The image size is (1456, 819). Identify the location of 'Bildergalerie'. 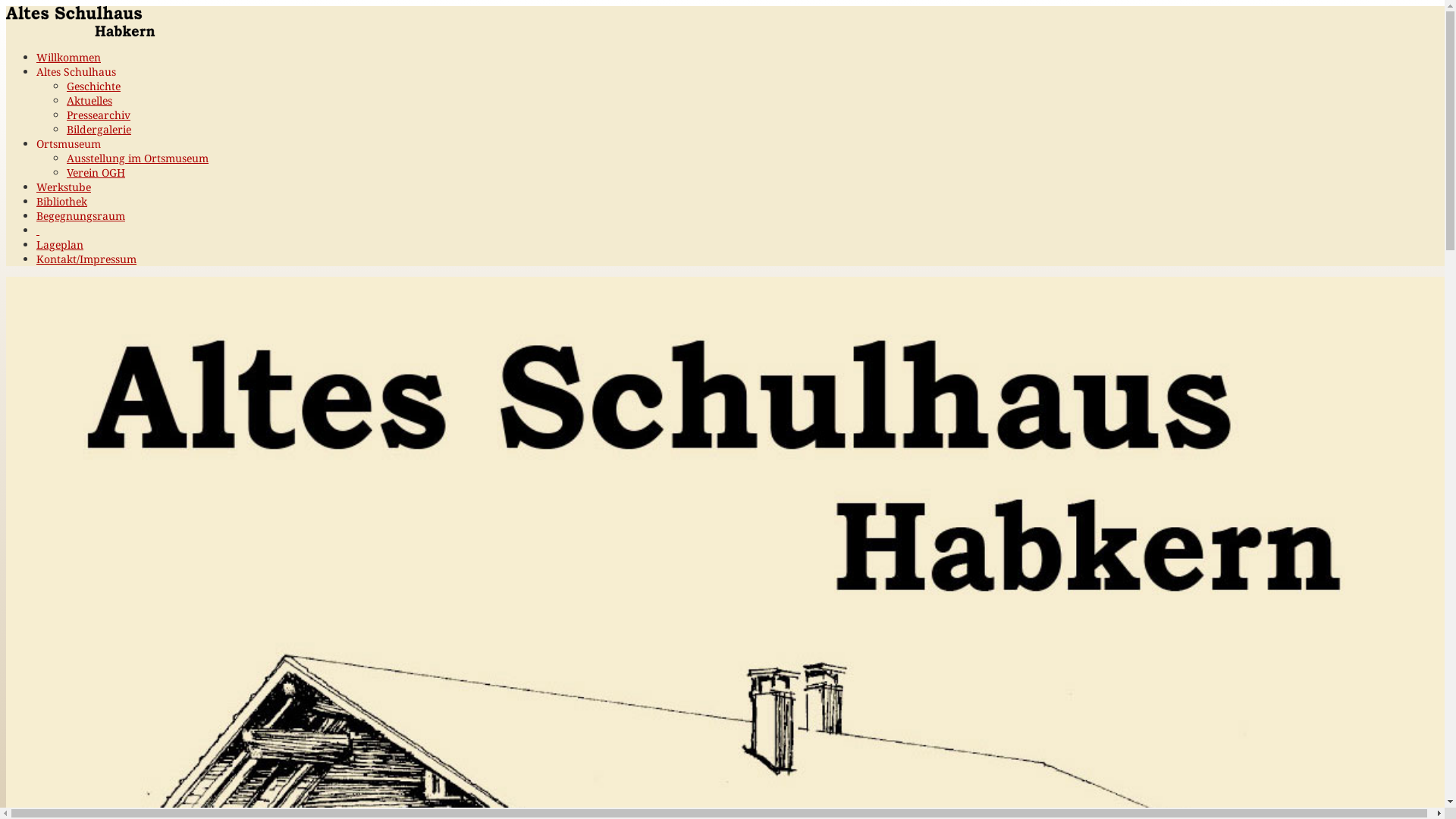
(98, 128).